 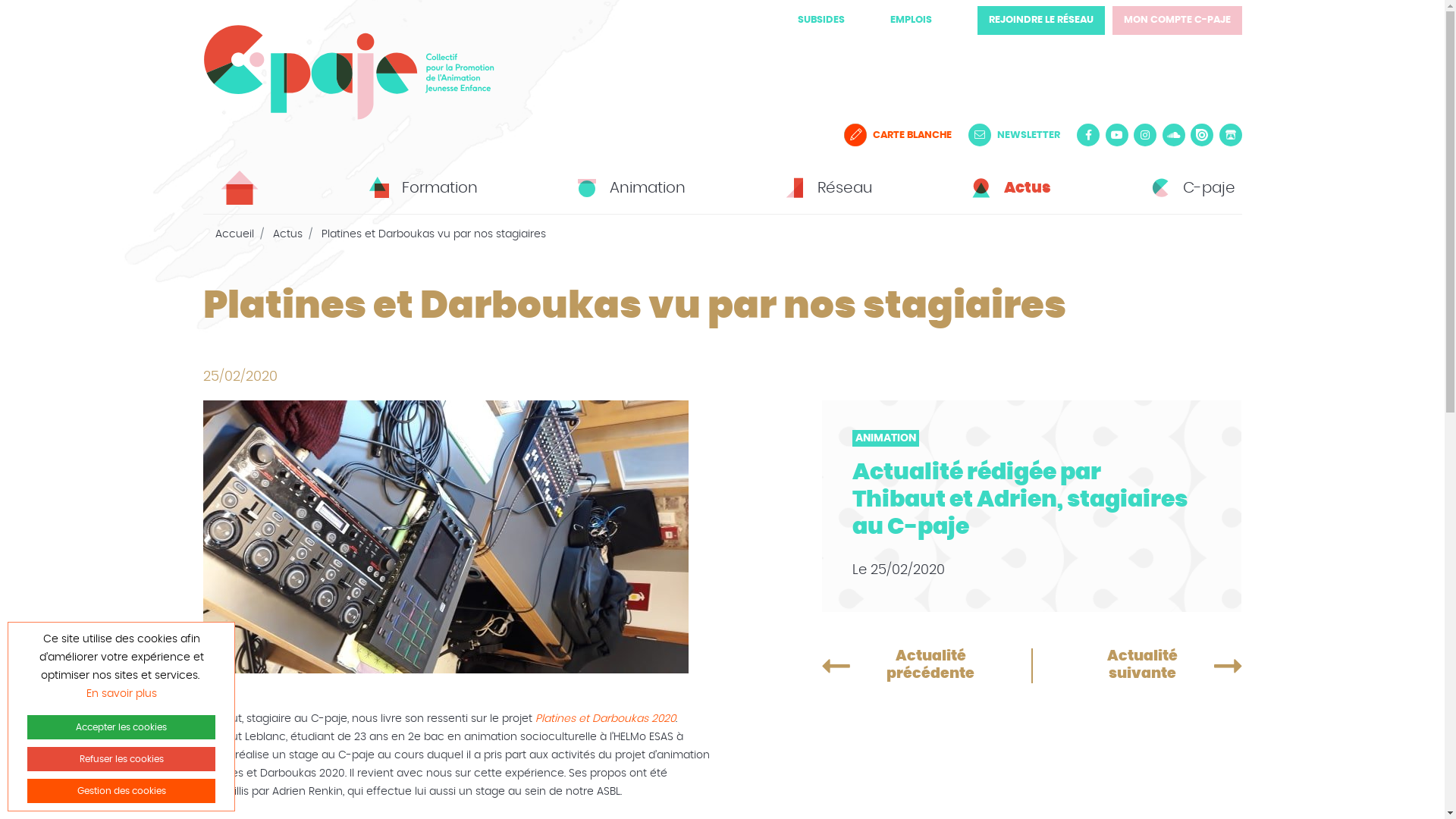 I want to click on 'Youtube', so click(x=1117, y=133).